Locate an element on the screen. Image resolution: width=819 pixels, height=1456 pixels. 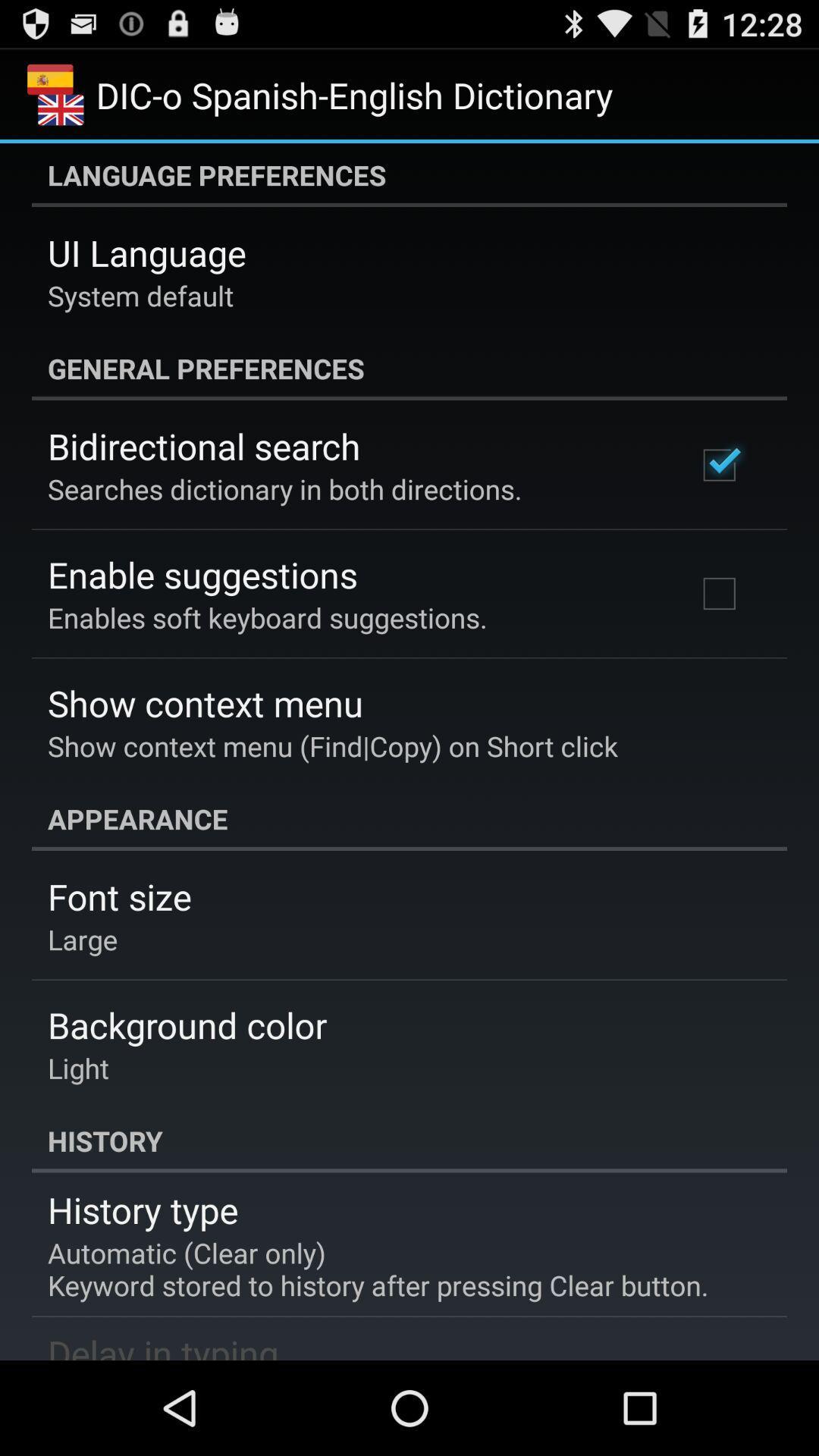
general preferences item is located at coordinates (409, 368).